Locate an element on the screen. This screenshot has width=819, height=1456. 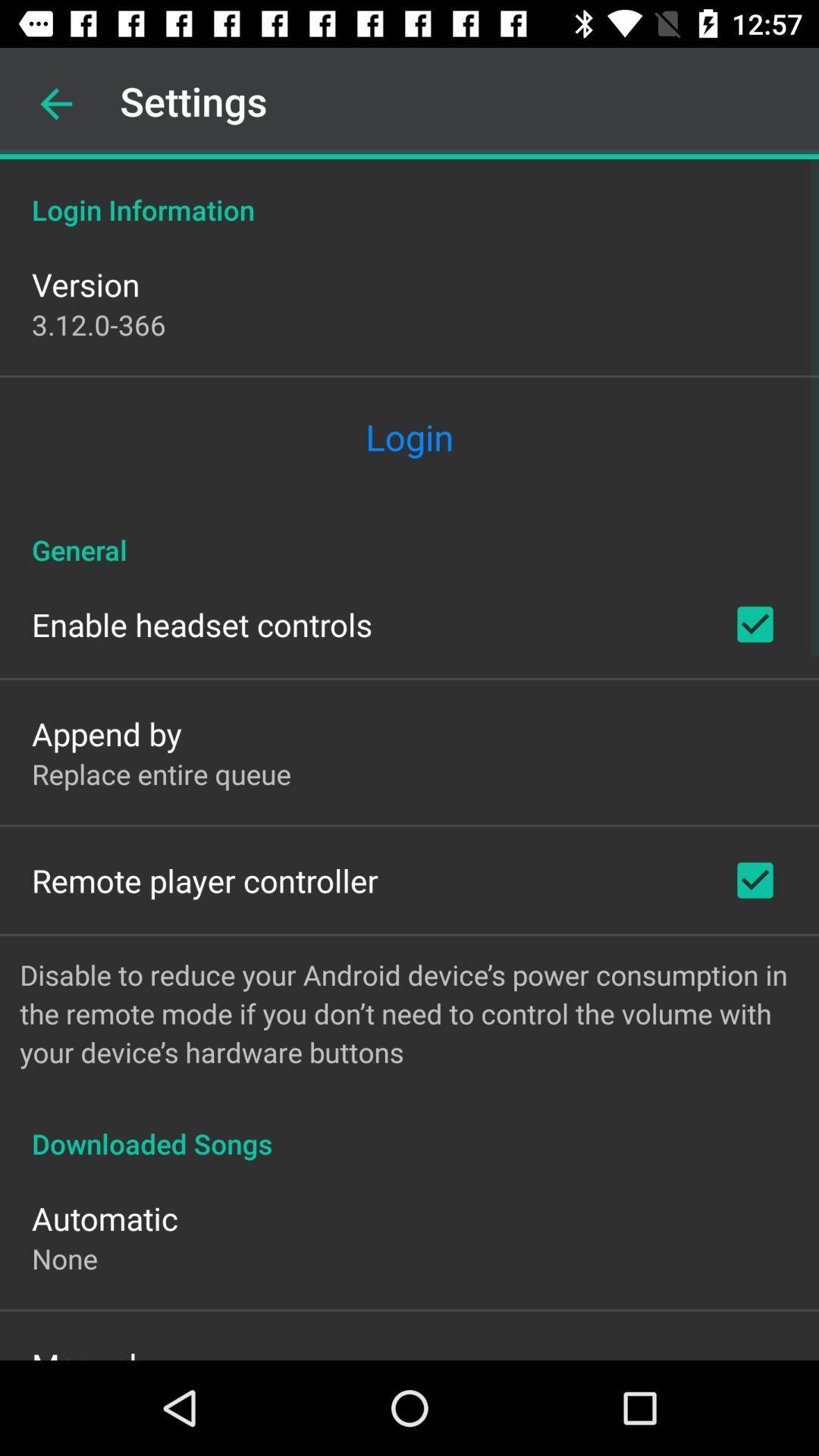
the item above the none item is located at coordinates (104, 1218).